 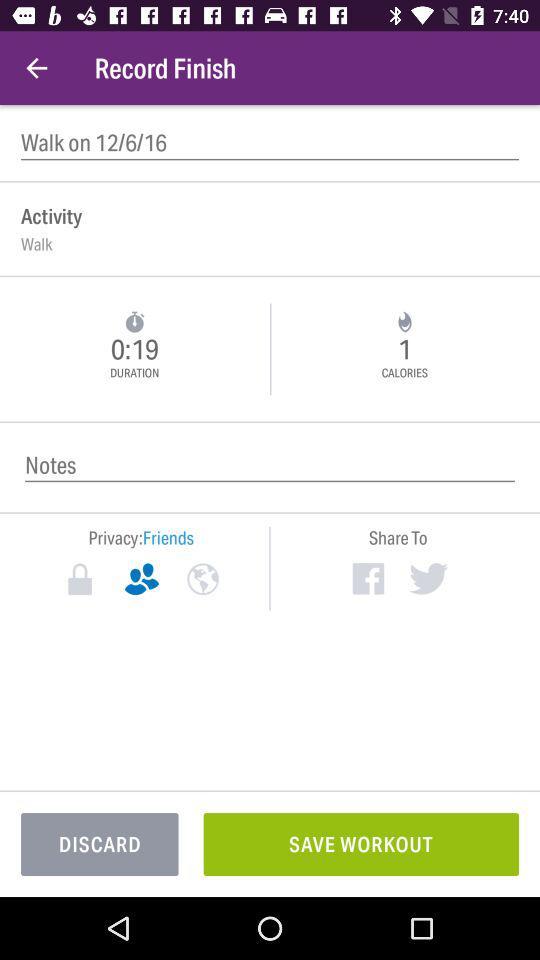 What do you see at coordinates (367, 578) in the screenshot?
I see `share to facebook` at bounding box center [367, 578].